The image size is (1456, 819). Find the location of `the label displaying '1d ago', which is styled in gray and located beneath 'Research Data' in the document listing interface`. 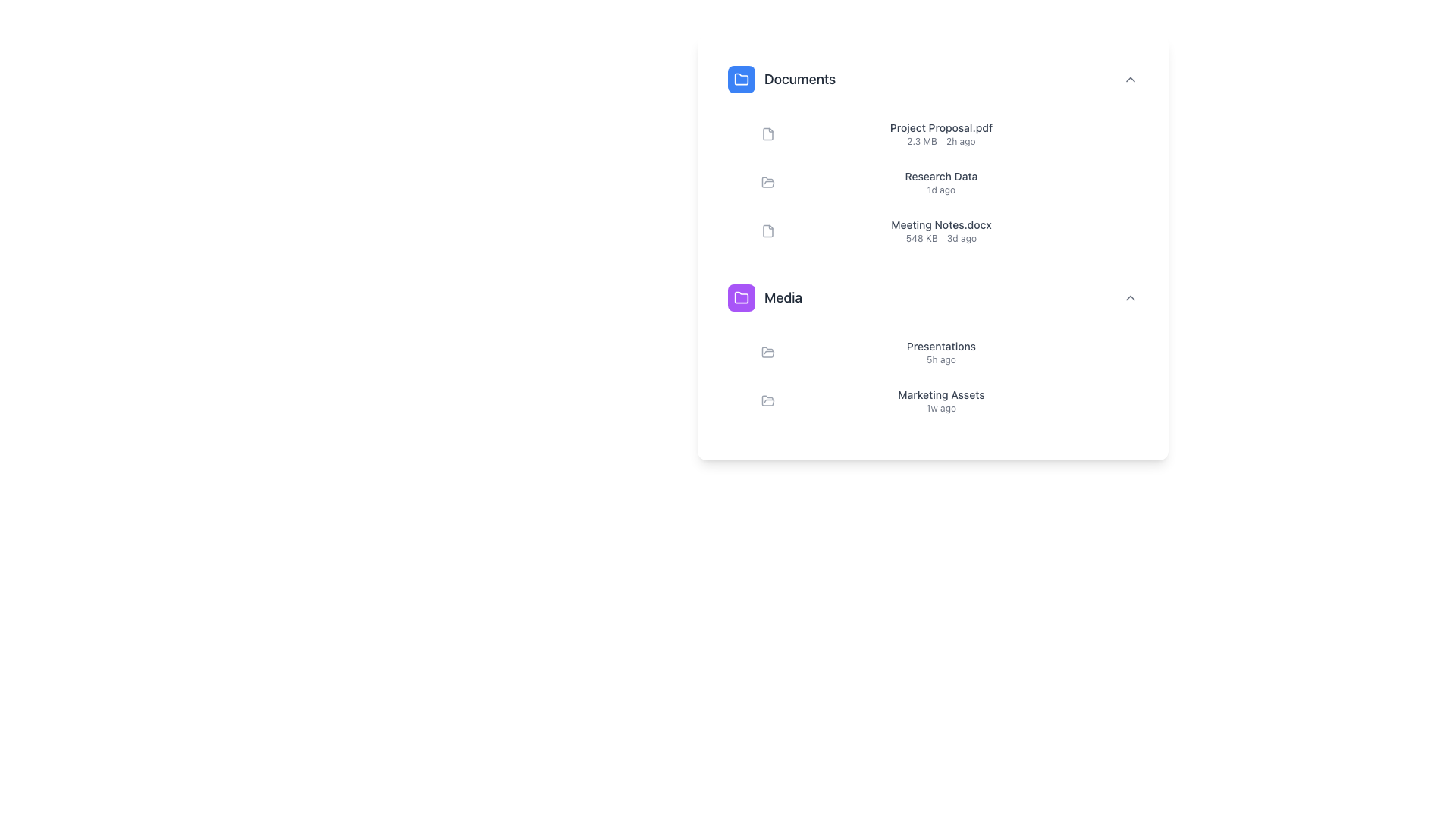

the label displaying '1d ago', which is styled in gray and located beneath 'Research Data' in the document listing interface is located at coordinates (940, 189).